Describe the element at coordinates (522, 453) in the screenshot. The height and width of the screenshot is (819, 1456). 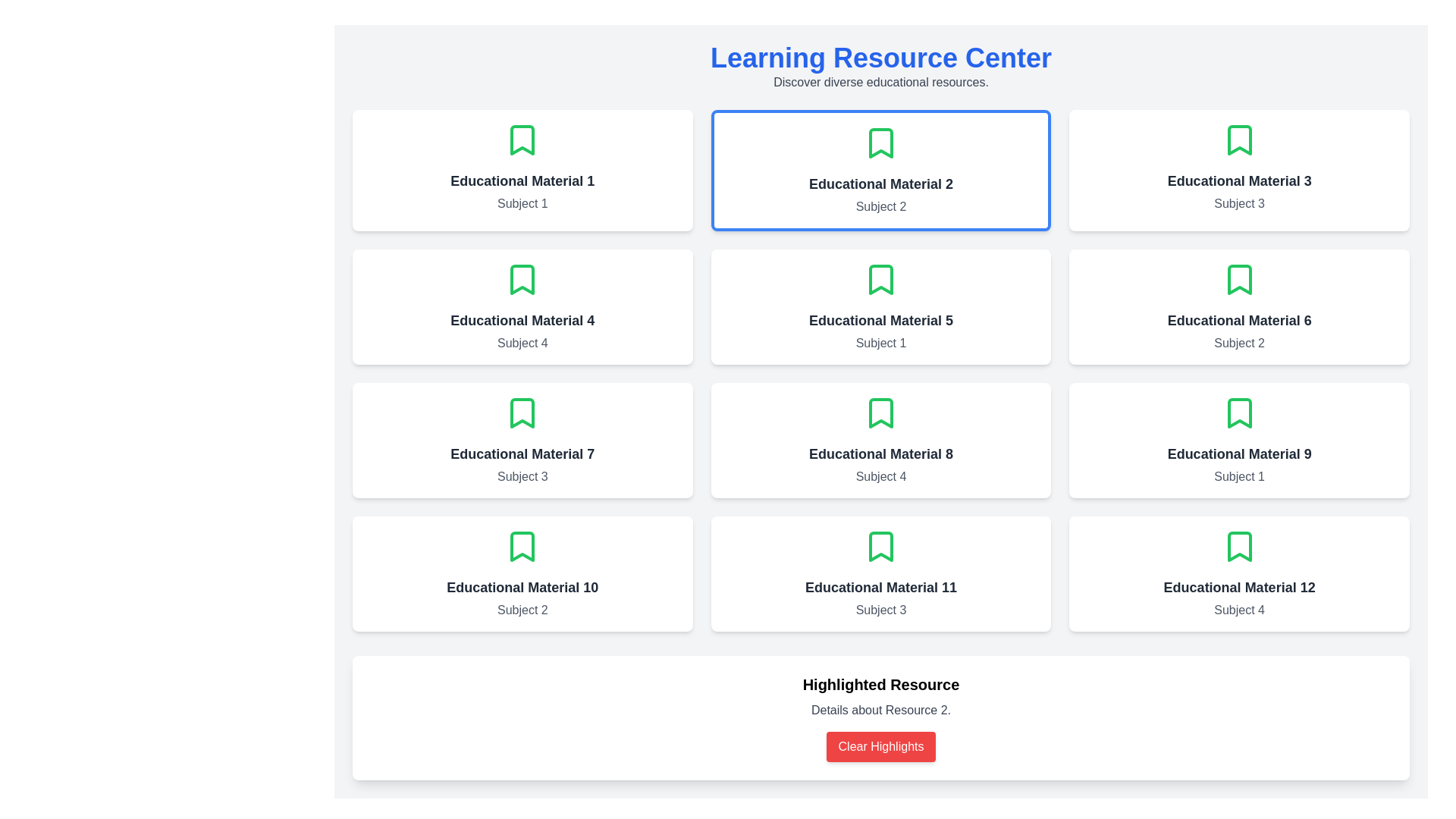
I see `the text label displaying 'Educational Material 7', which is in bold, dark gray color, and positioned in a card layout between a green bookmark icon and the text 'Subject 3'` at that location.